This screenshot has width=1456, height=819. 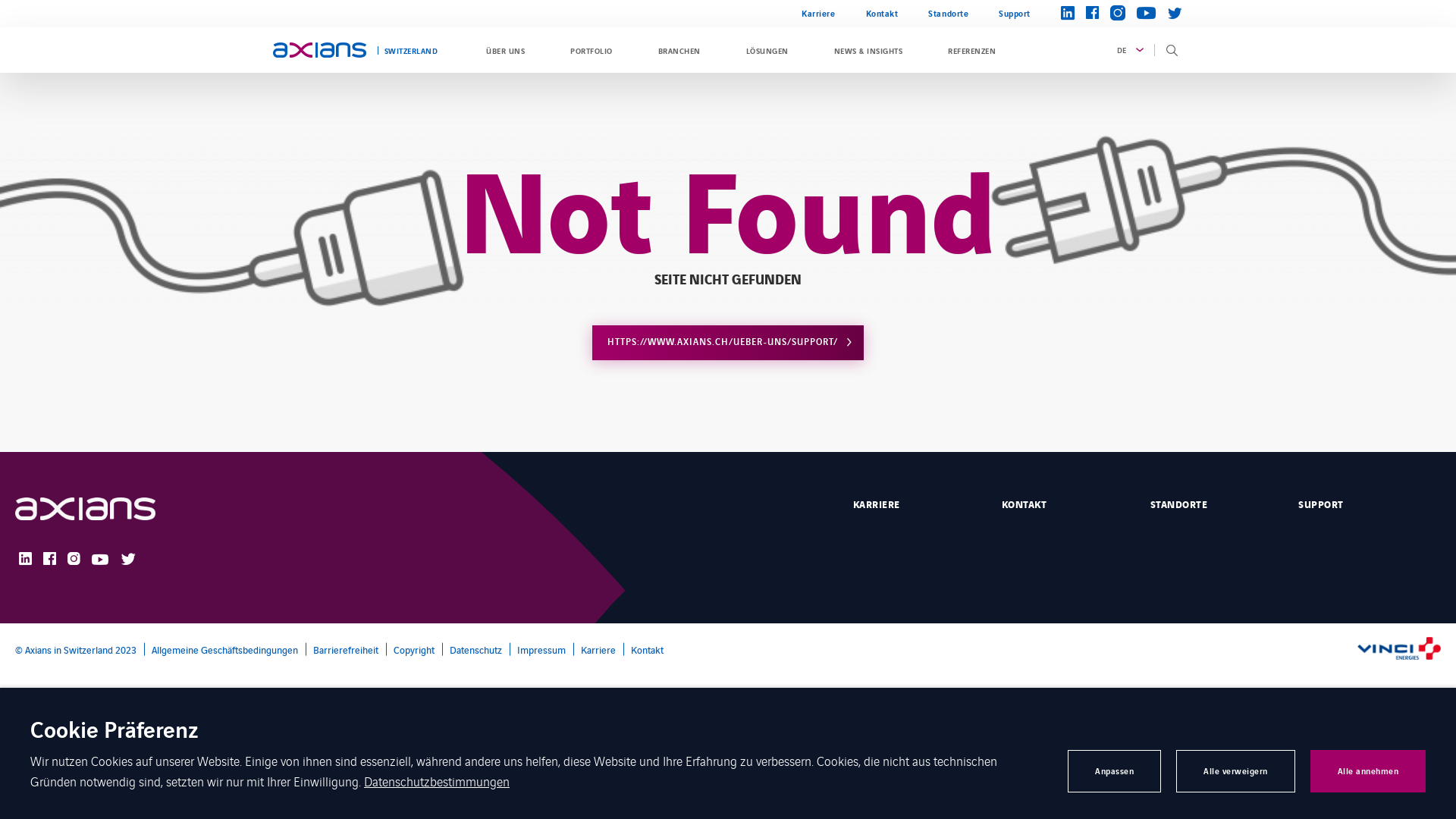 What do you see at coordinates (728, 342) in the screenshot?
I see `'HTTPS://WWW.AXIANS.CH/UEBER-UNS/SUPPORT/'` at bounding box center [728, 342].